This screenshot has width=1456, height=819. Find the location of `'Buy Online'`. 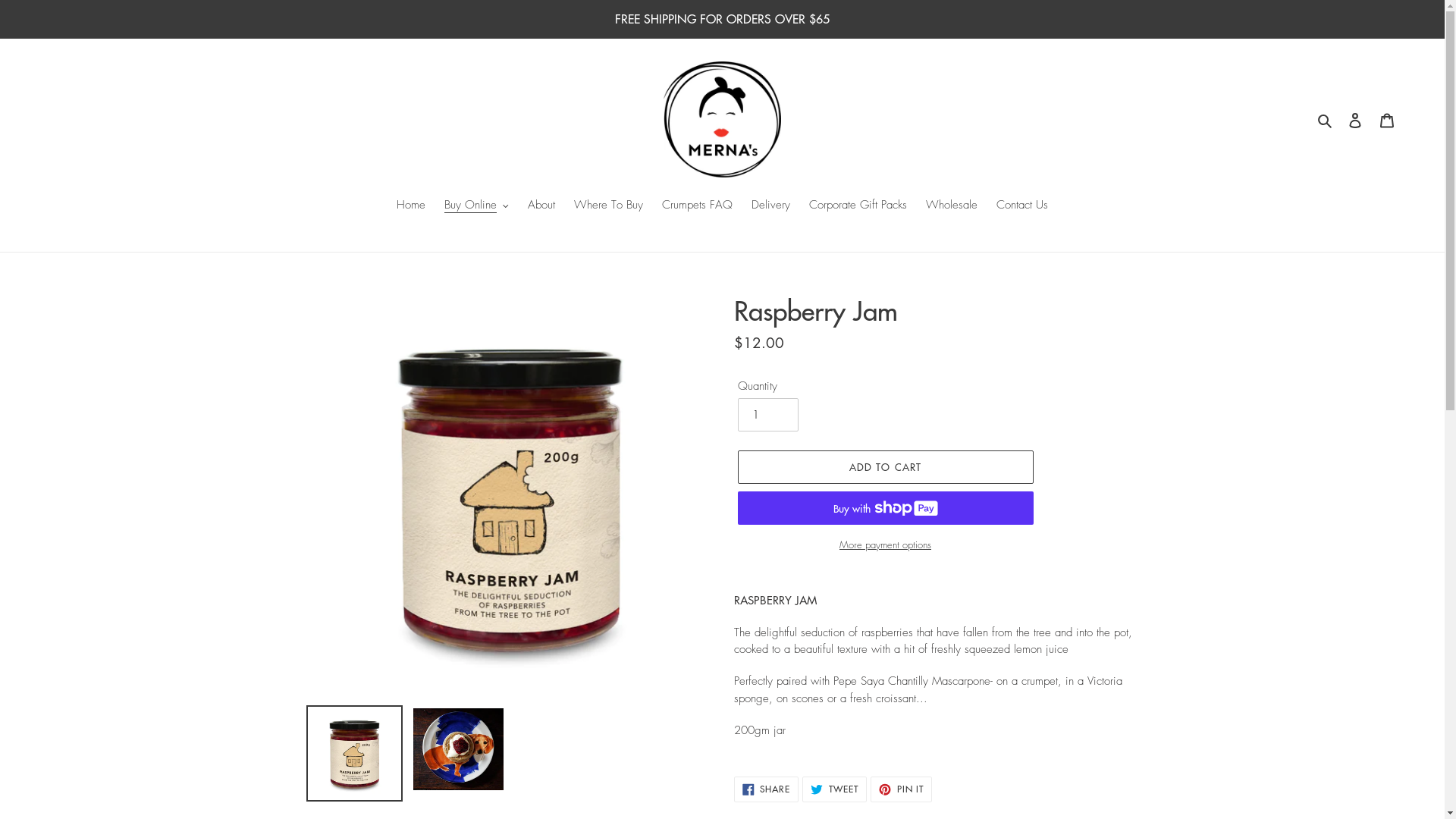

'Buy Online' is located at coordinates (475, 206).